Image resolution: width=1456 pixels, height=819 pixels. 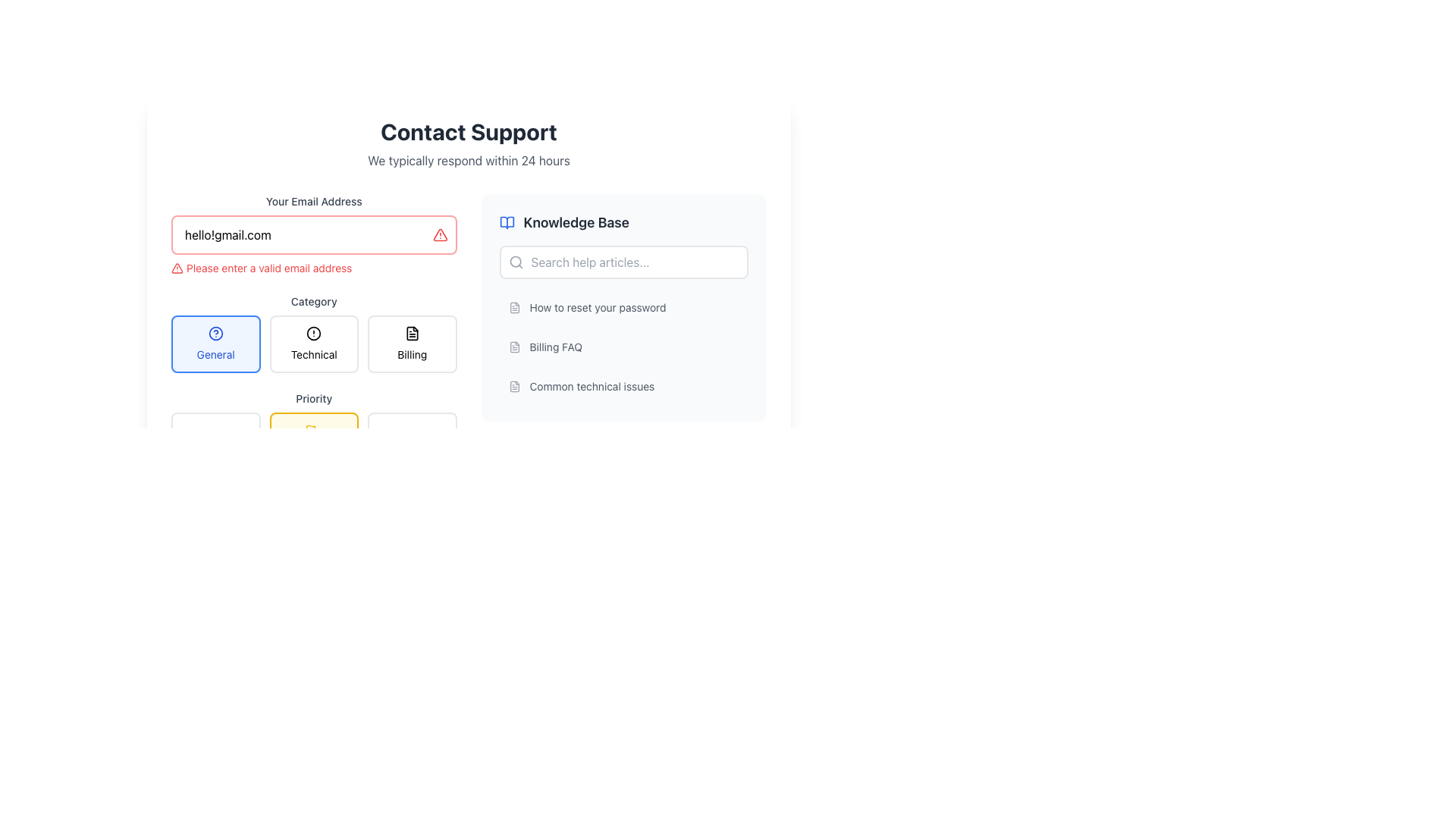 What do you see at coordinates (313, 354) in the screenshot?
I see `the text label 'Technical' located in the middle card of the 'Category' section, below an icon element` at bounding box center [313, 354].